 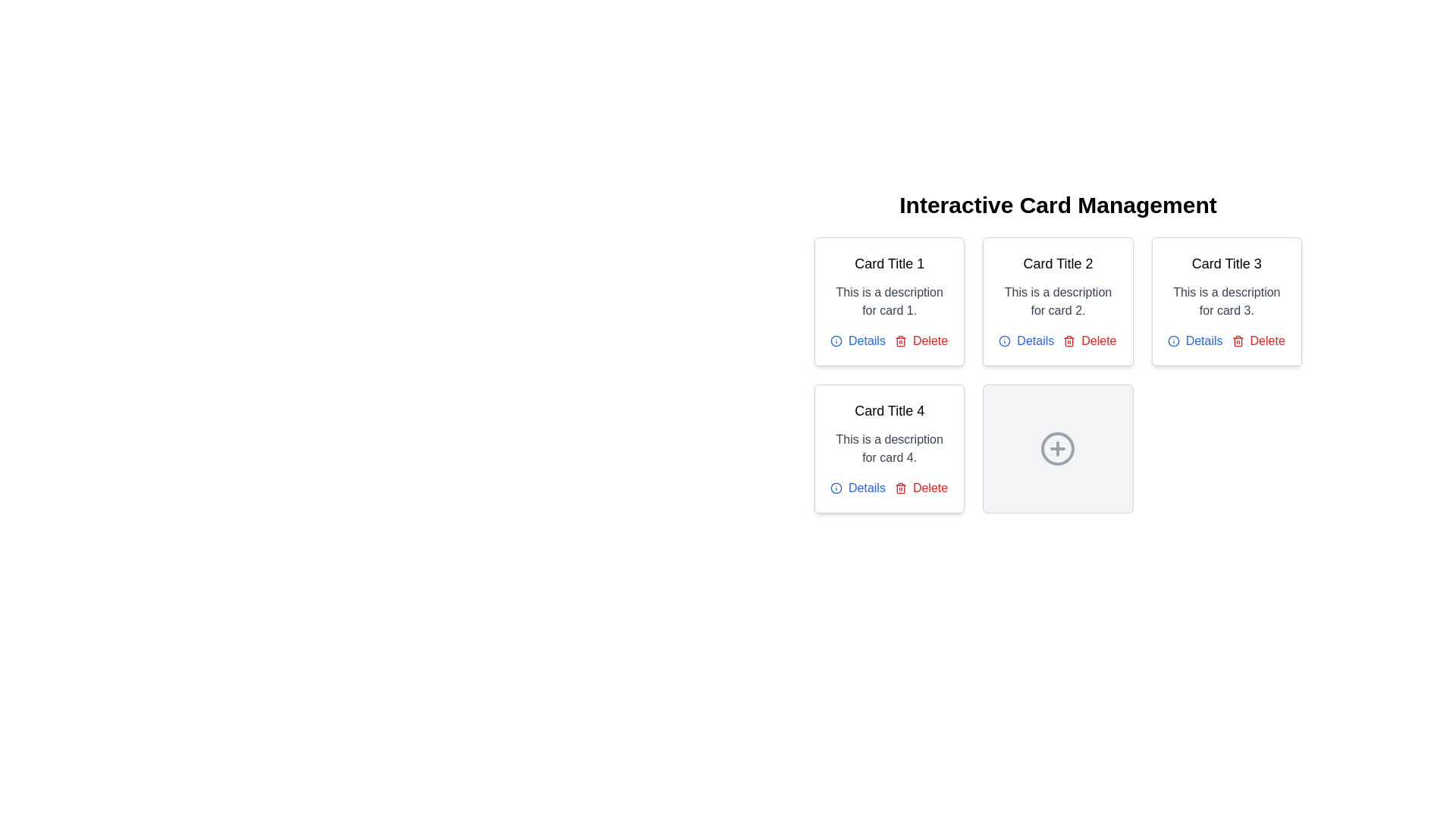 I want to click on the Text Label that serves as the title for the card located in the top-right grid slot of a 2x3 layout, so click(x=1226, y=262).